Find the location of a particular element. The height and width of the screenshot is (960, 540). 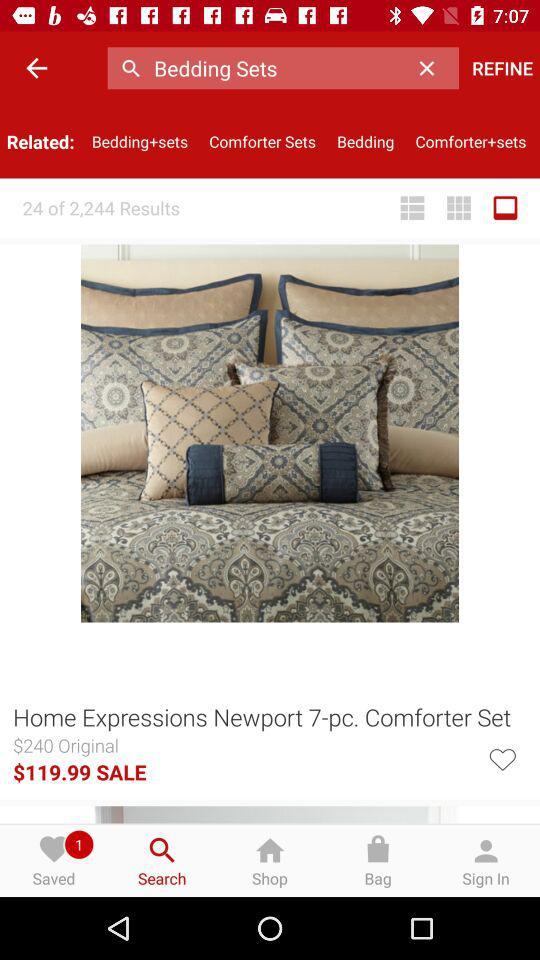

refine icon is located at coordinates (501, 68).